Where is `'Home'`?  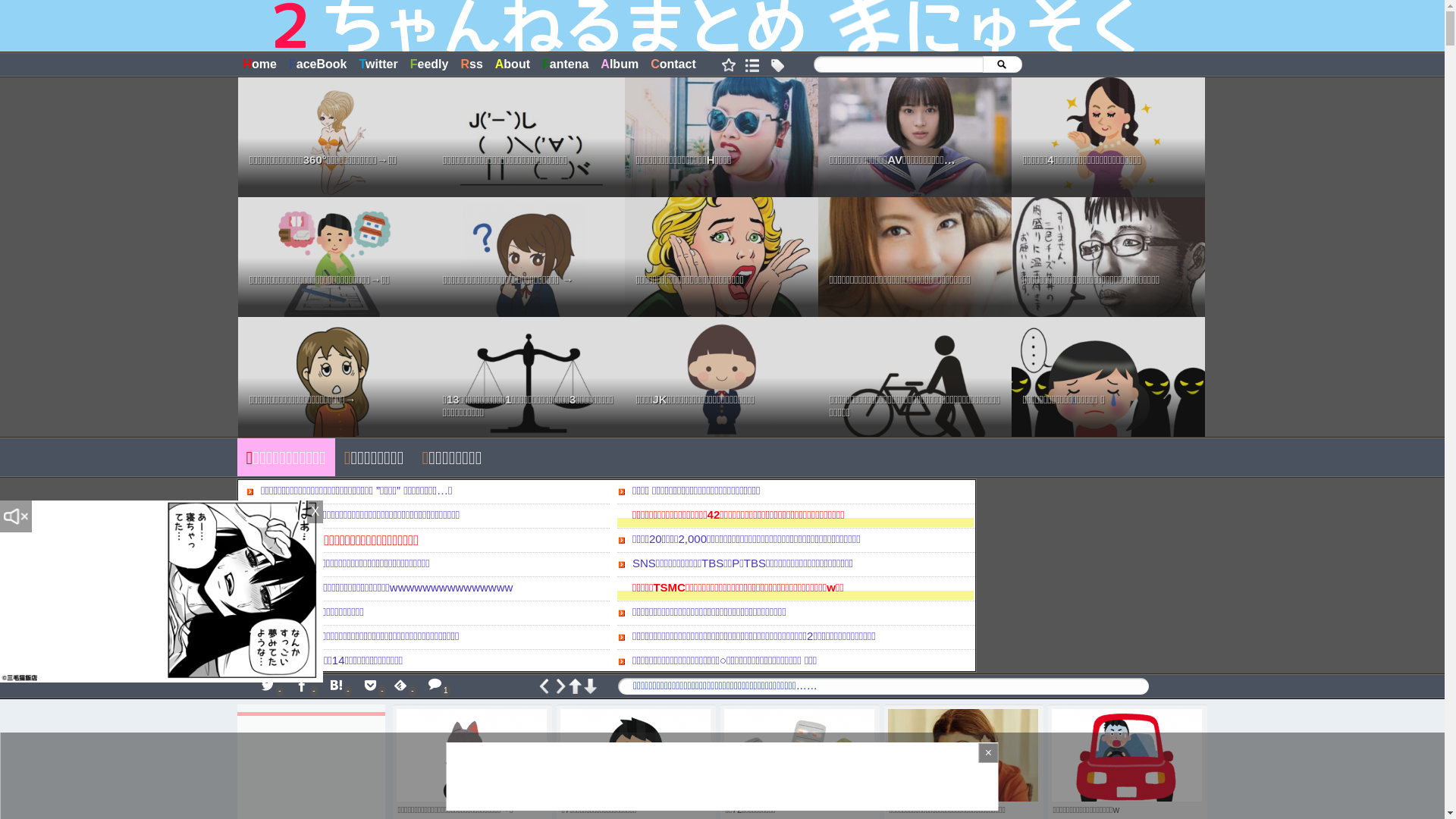
'Home' is located at coordinates (259, 63).